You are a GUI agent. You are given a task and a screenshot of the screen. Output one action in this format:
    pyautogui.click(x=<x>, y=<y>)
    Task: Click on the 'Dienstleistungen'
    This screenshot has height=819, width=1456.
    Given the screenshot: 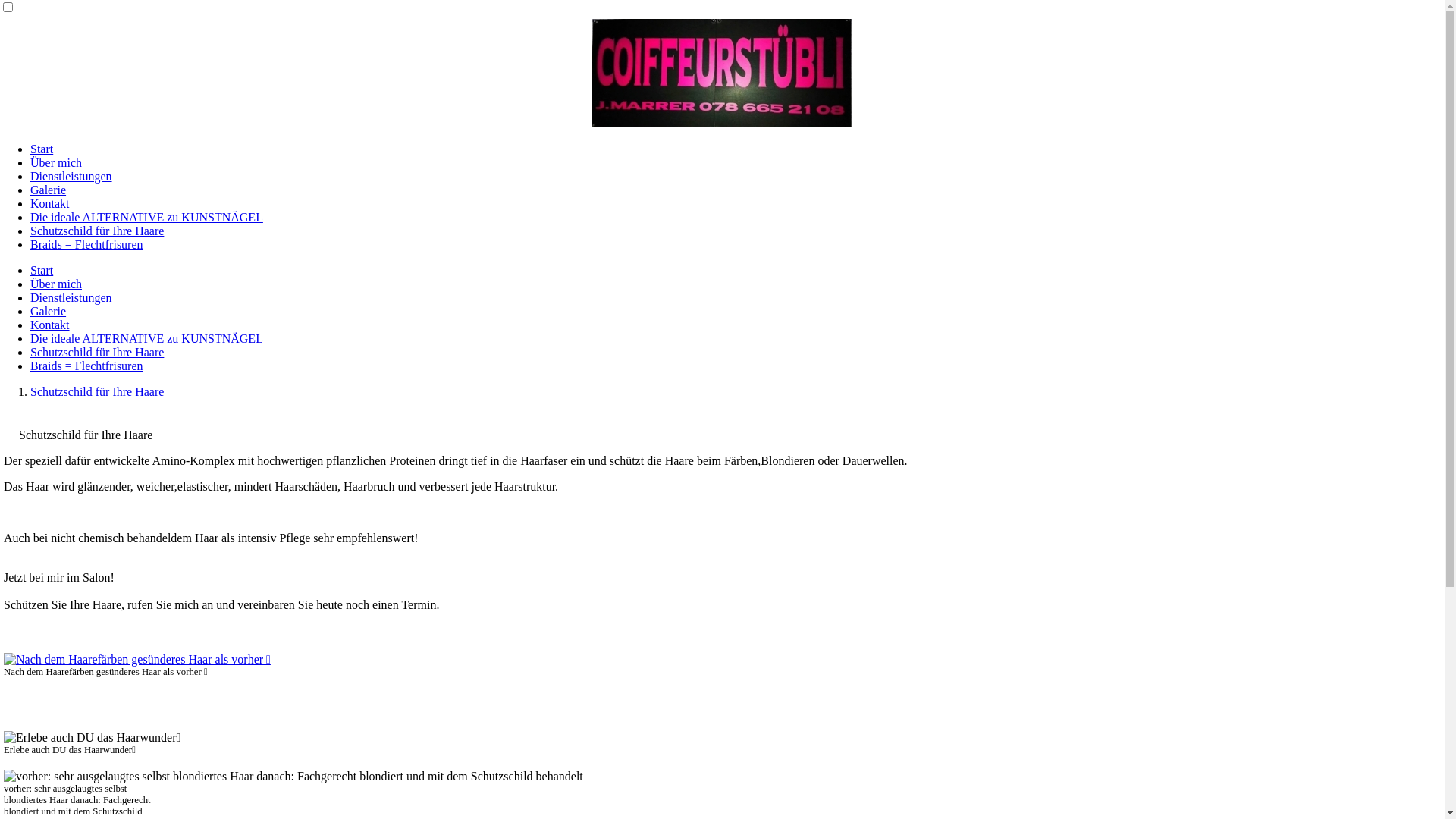 What is the action you would take?
    pyautogui.click(x=71, y=297)
    